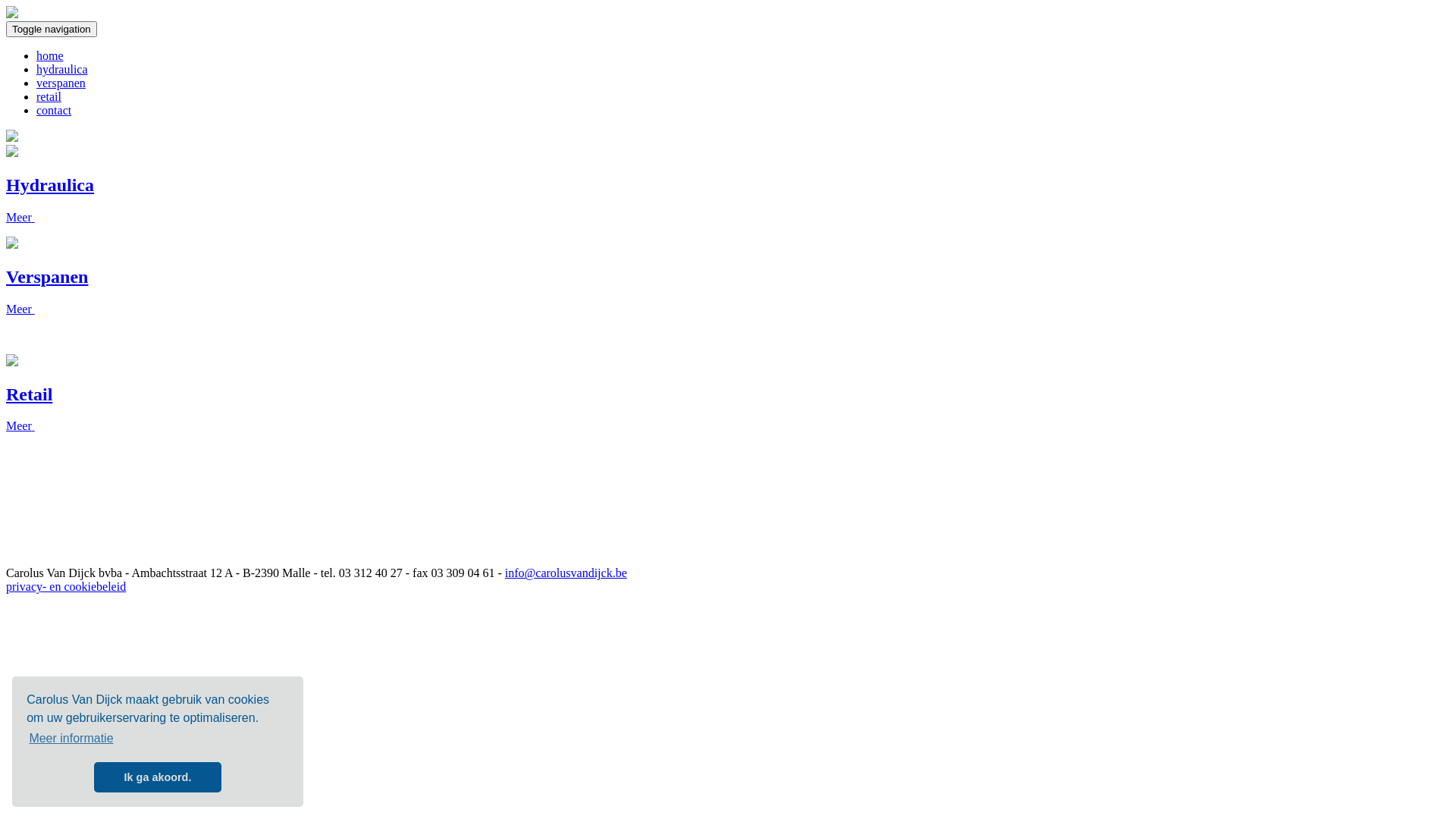 The image size is (1456, 819). What do you see at coordinates (565, 573) in the screenshot?
I see `'info@carolusvandijck.be'` at bounding box center [565, 573].